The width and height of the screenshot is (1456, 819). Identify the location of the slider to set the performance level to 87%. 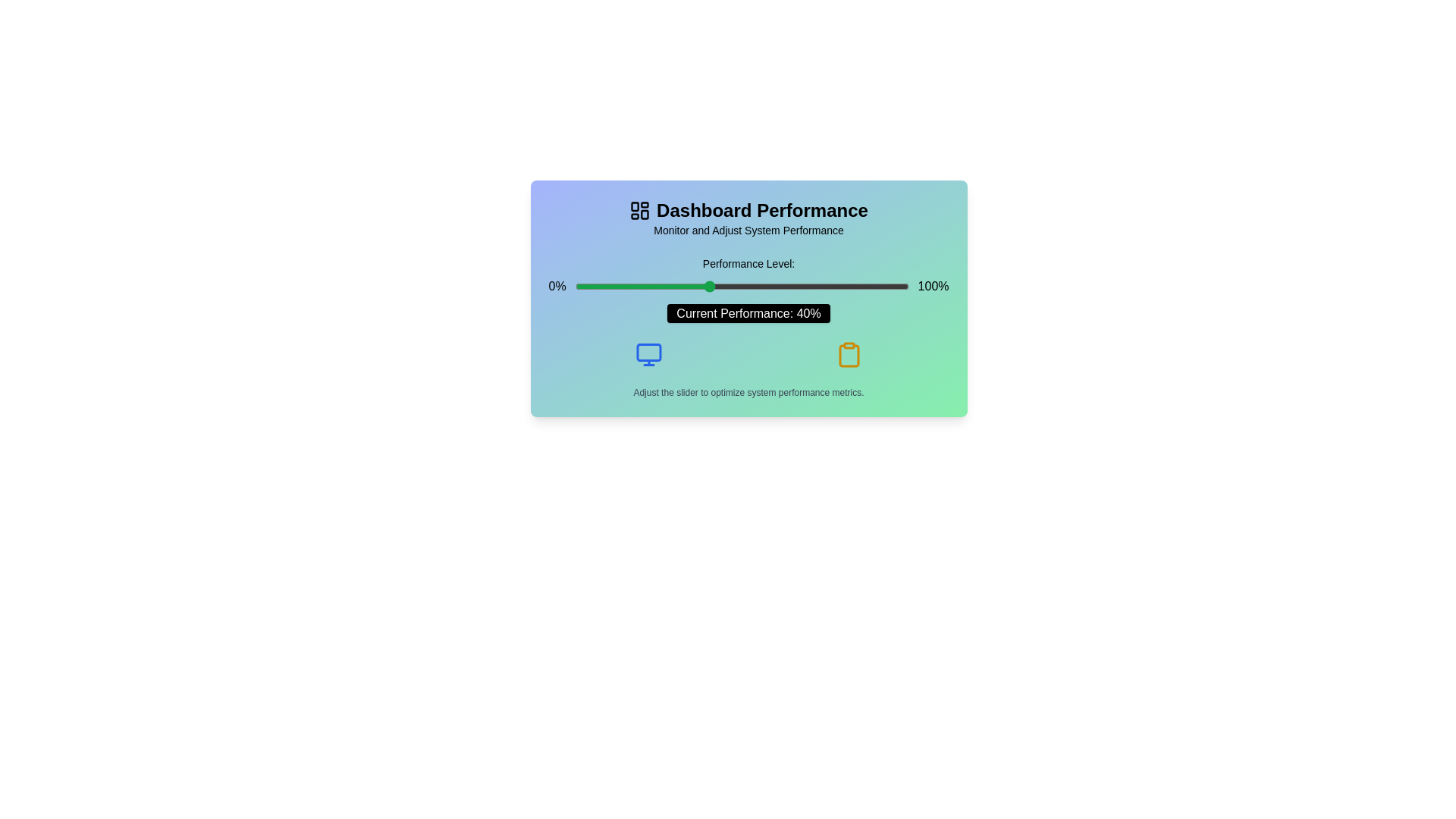
(865, 287).